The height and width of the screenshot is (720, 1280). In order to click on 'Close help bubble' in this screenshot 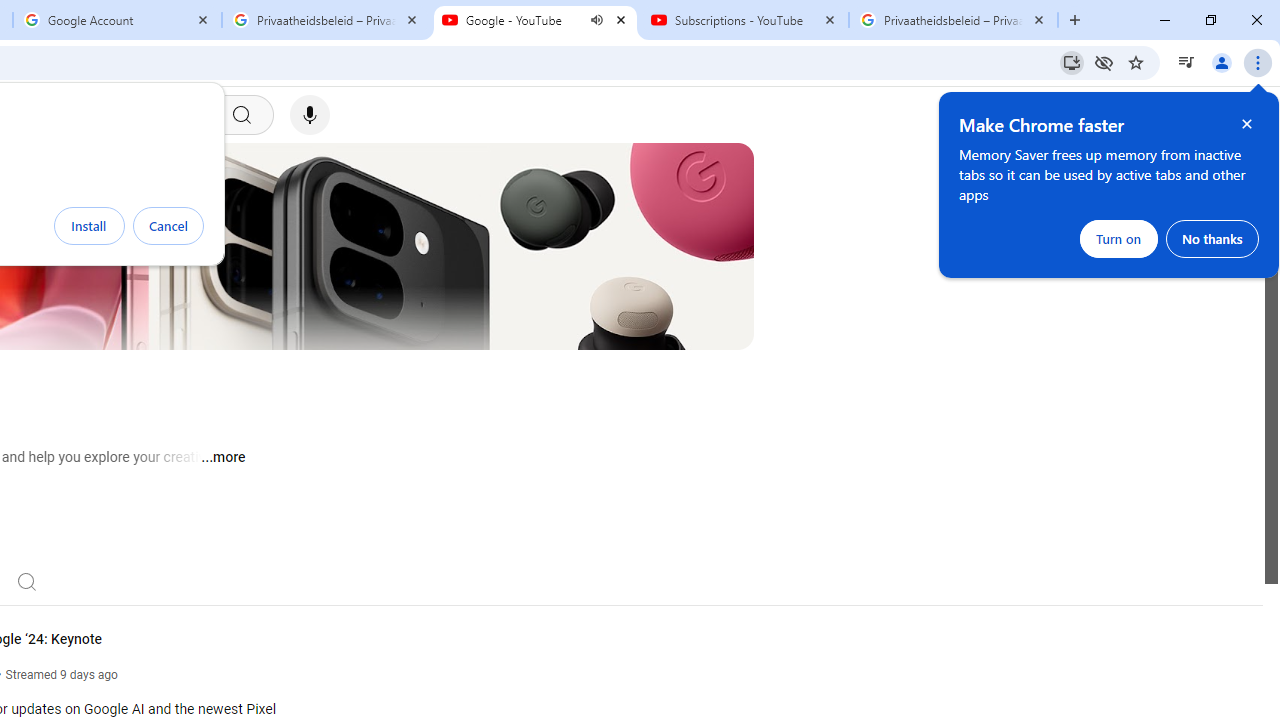, I will do `click(1246, 124)`.